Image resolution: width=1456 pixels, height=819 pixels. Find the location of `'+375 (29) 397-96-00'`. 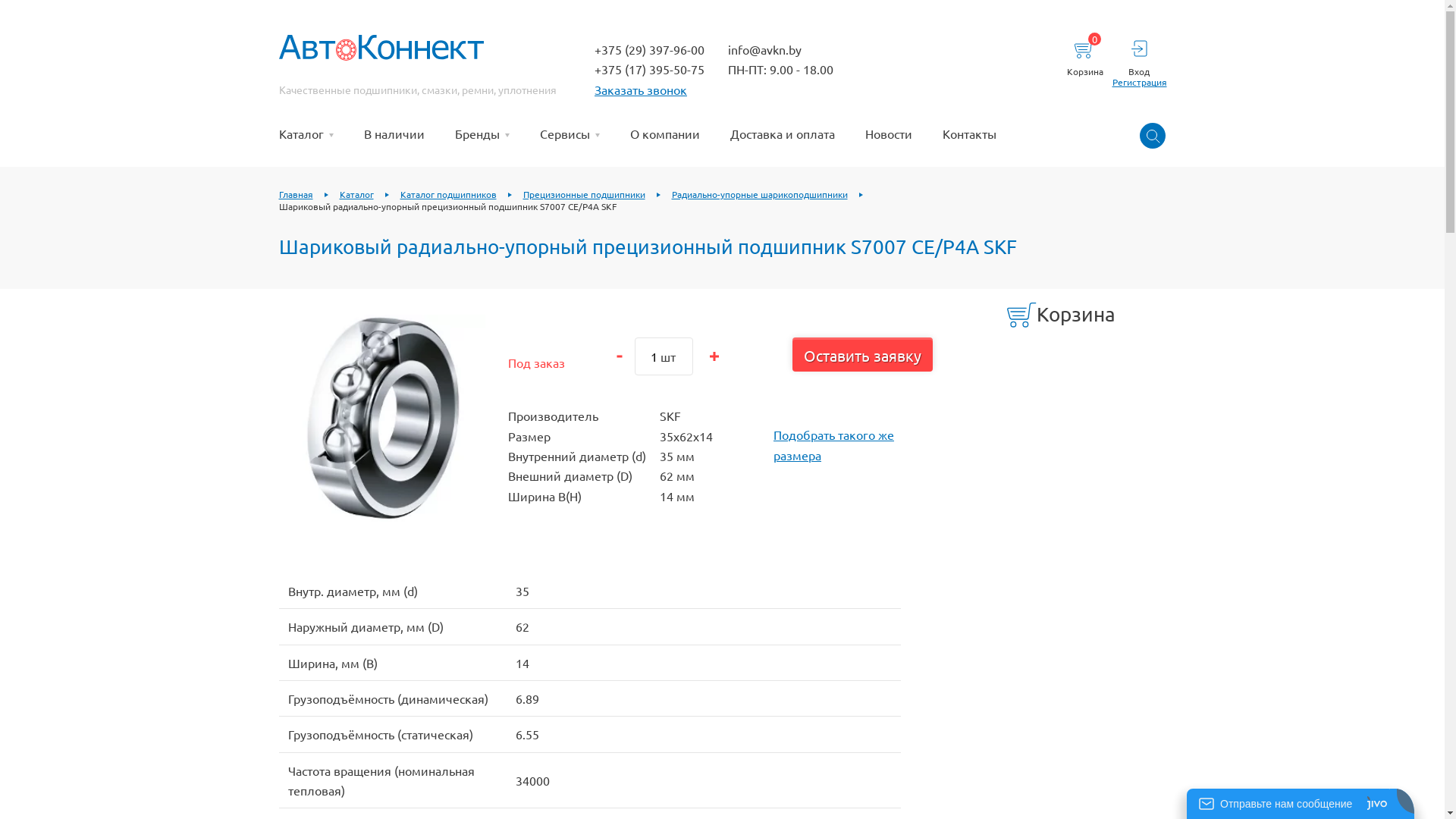

'+375 (29) 397-96-00' is located at coordinates (593, 49).